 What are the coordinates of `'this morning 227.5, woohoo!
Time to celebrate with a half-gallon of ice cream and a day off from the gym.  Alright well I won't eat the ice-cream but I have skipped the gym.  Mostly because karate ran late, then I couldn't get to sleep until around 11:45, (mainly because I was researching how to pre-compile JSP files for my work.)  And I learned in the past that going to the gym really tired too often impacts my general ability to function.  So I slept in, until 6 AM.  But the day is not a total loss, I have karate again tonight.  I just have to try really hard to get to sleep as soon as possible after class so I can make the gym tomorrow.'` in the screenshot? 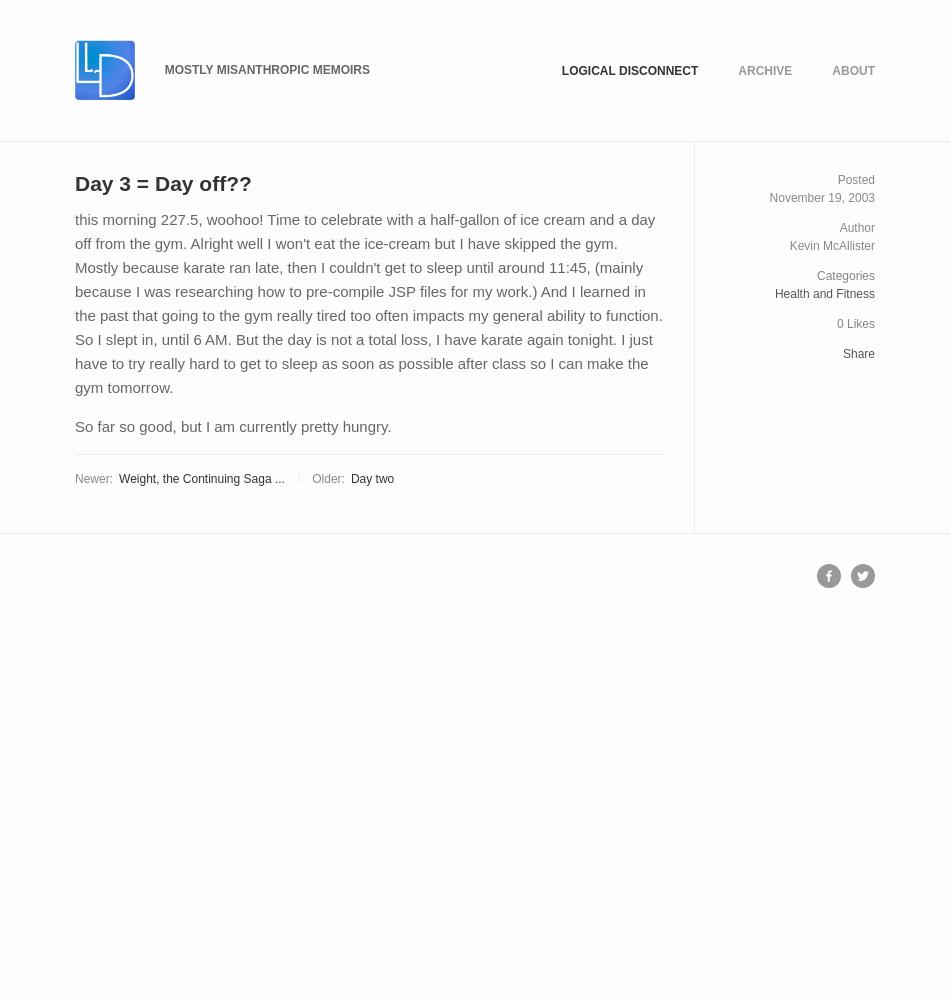 It's located at (74, 302).